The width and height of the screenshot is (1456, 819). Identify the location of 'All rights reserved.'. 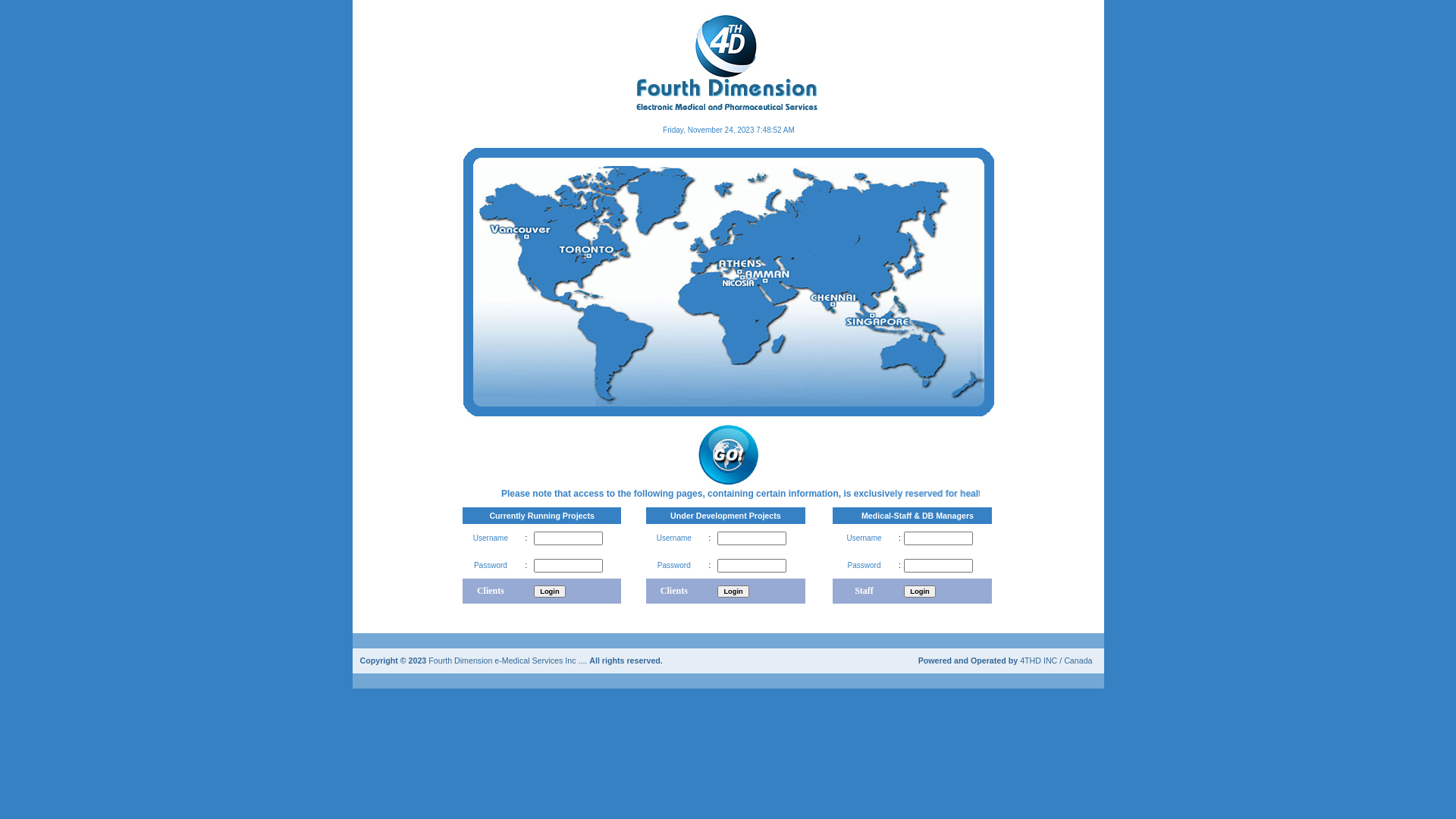
(626, 658).